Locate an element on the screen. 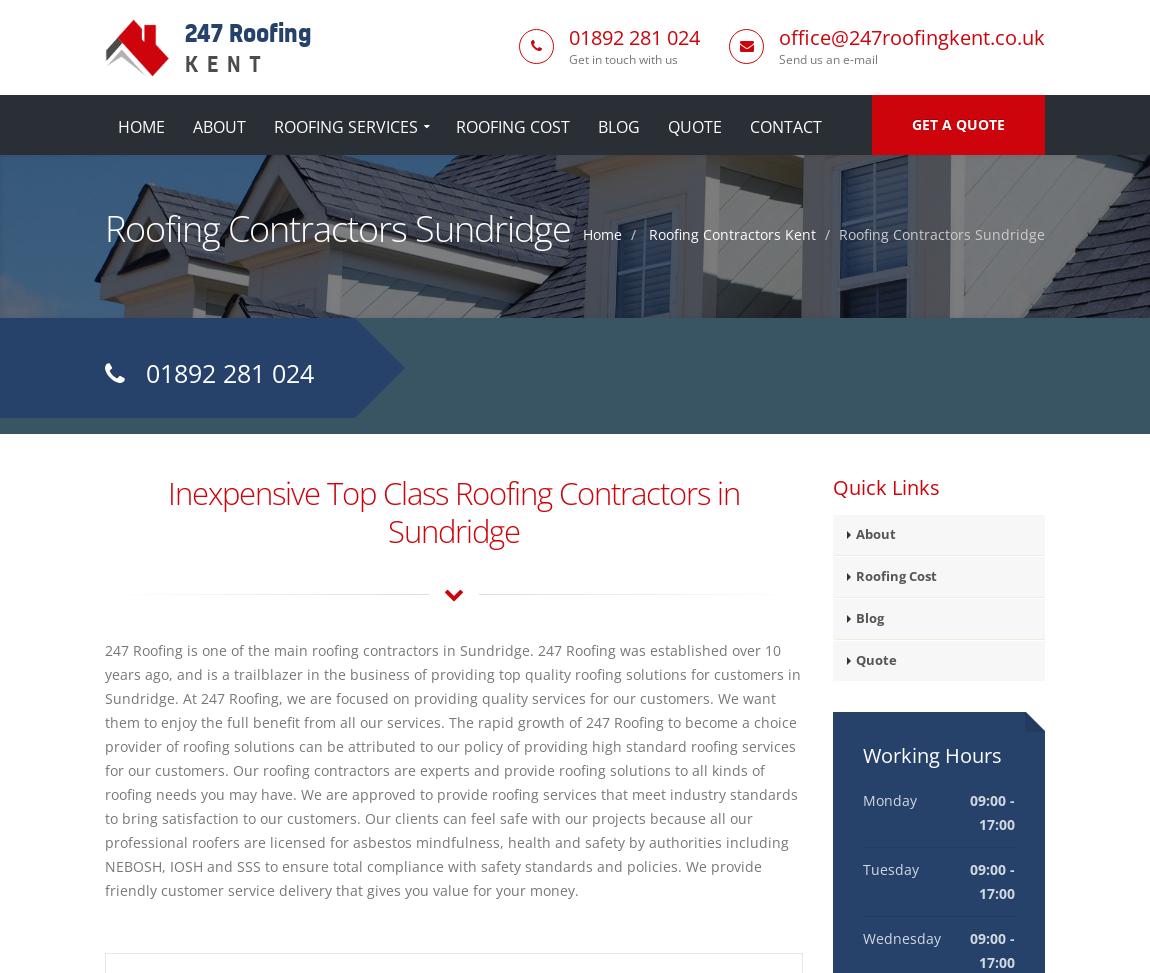 The width and height of the screenshot is (1150, 973). 'Get in touch with us' is located at coordinates (622, 58).